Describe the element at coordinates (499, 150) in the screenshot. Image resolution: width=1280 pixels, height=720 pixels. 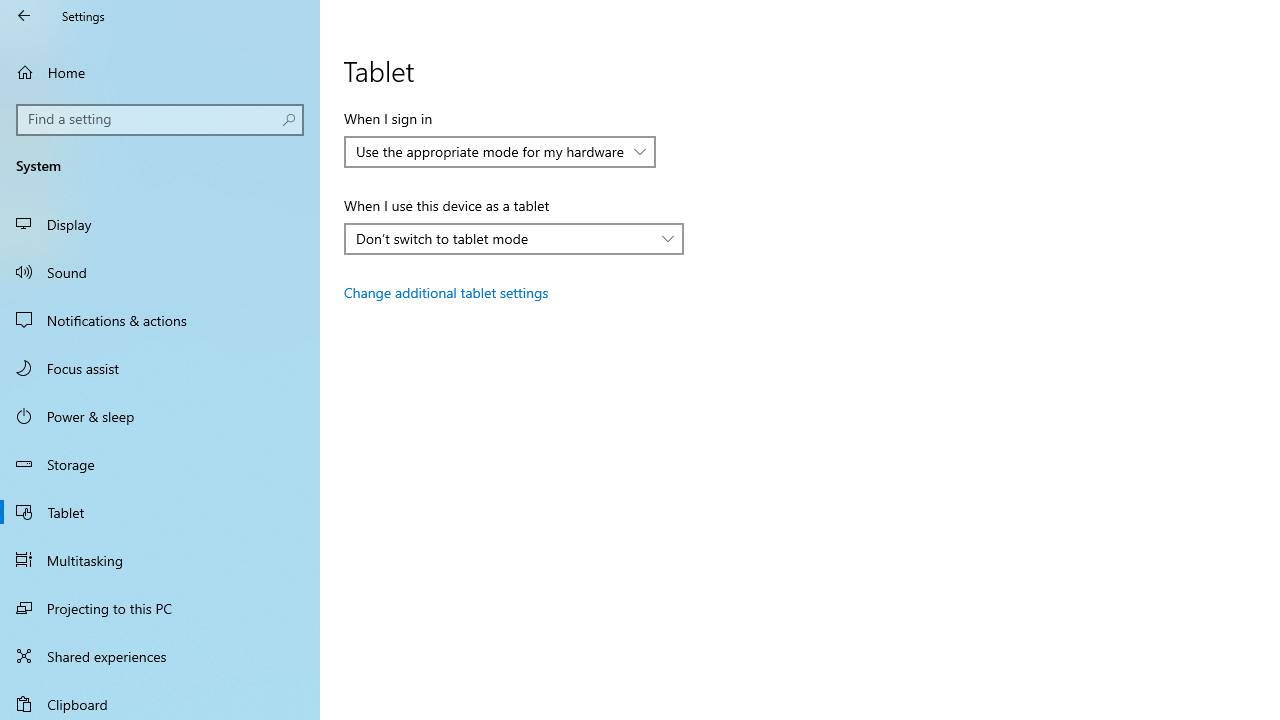
I see `'When I sign in'` at that location.